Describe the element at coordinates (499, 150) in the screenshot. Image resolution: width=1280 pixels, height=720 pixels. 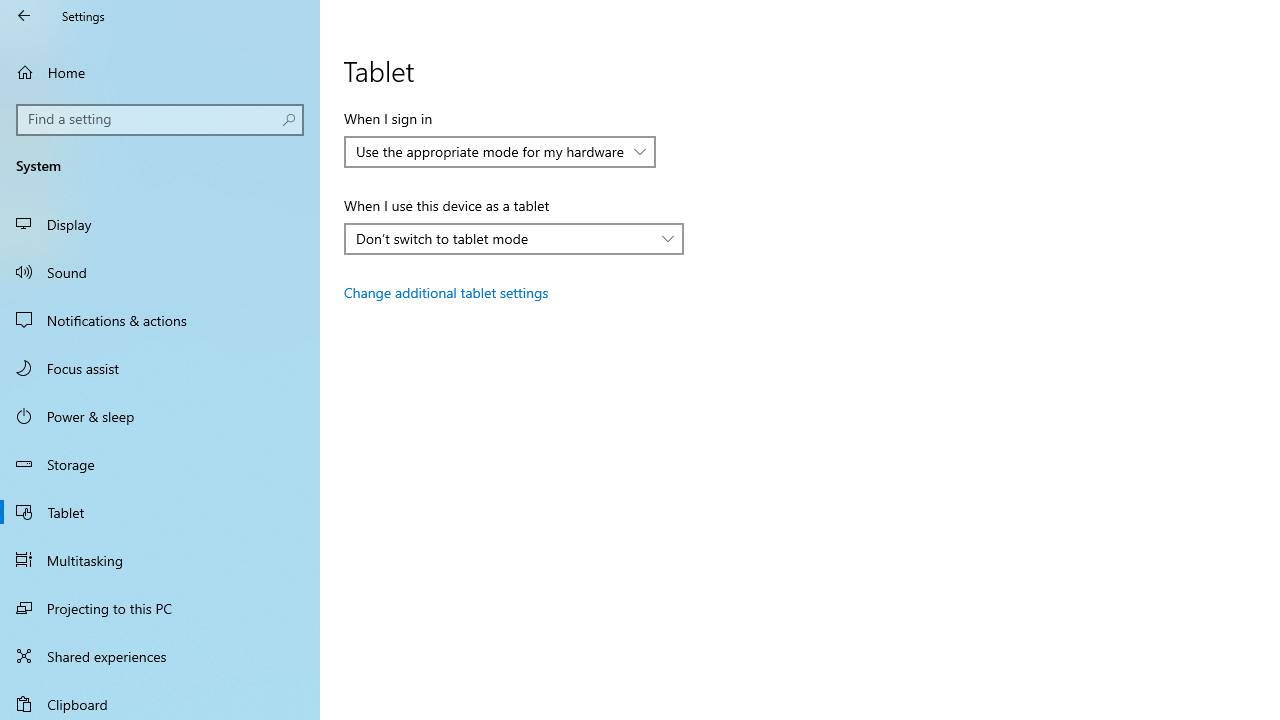
I see `'When I sign in'` at that location.